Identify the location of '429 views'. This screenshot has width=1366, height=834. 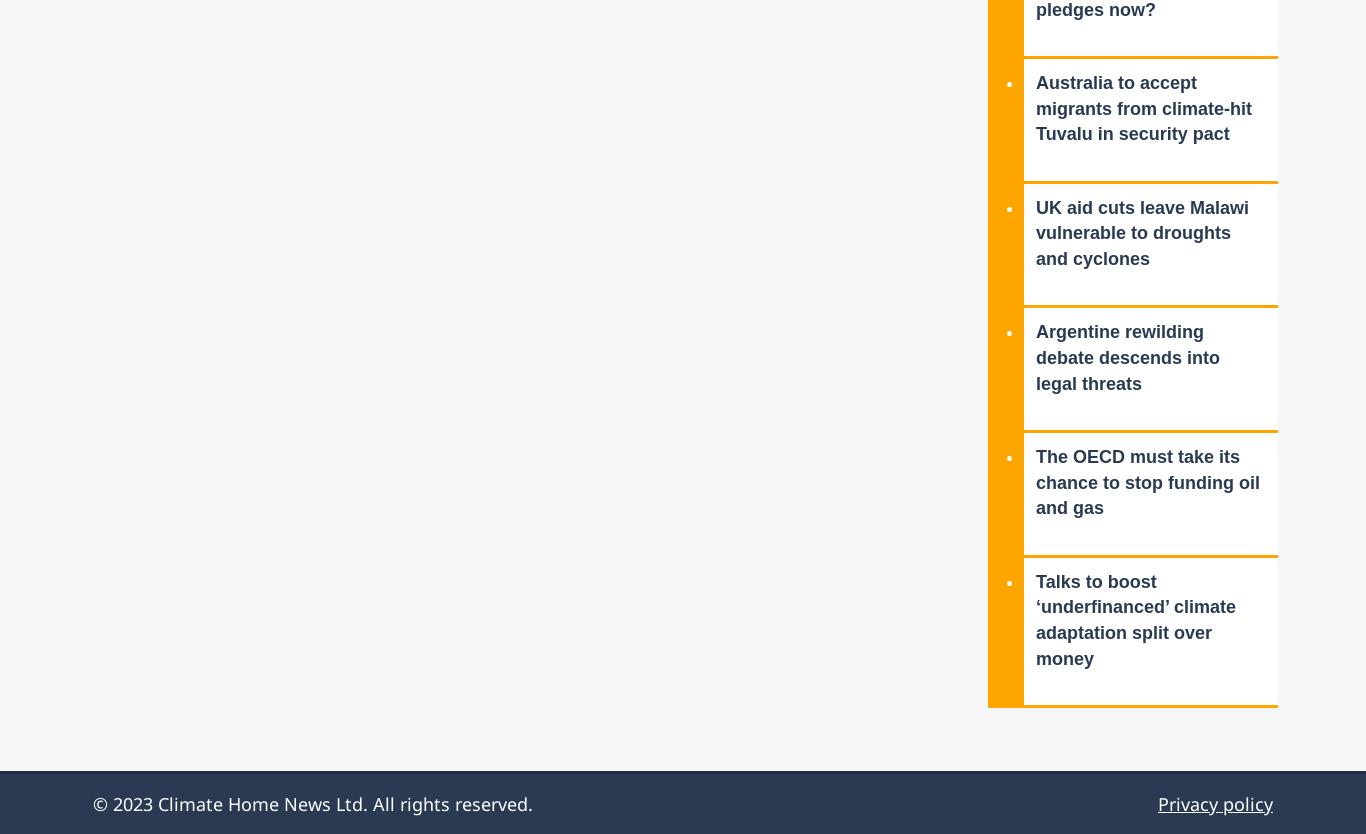
(1034, 33).